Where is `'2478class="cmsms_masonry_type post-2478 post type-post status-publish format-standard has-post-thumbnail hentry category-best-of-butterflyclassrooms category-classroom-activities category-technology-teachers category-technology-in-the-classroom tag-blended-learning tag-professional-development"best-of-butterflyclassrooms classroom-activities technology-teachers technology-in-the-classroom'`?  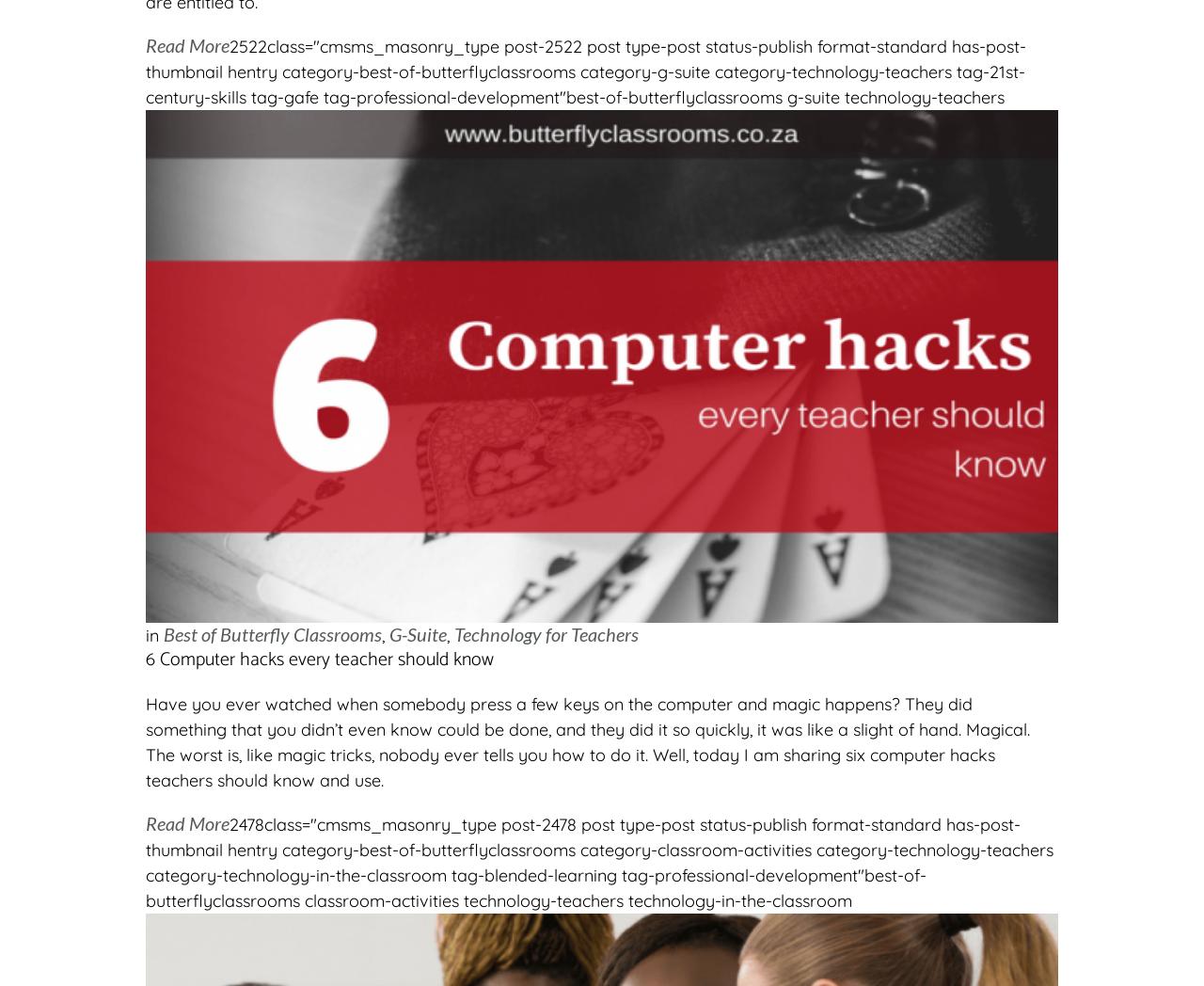 '2478class="cmsms_masonry_type post-2478 post type-post status-publish format-standard has-post-thumbnail hentry category-best-of-butterflyclassrooms category-classroom-activities category-technology-teachers category-technology-in-the-classroom tag-blended-learning tag-professional-development"best-of-butterflyclassrooms classroom-activities technology-teachers technology-in-the-classroom' is located at coordinates (598, 862).